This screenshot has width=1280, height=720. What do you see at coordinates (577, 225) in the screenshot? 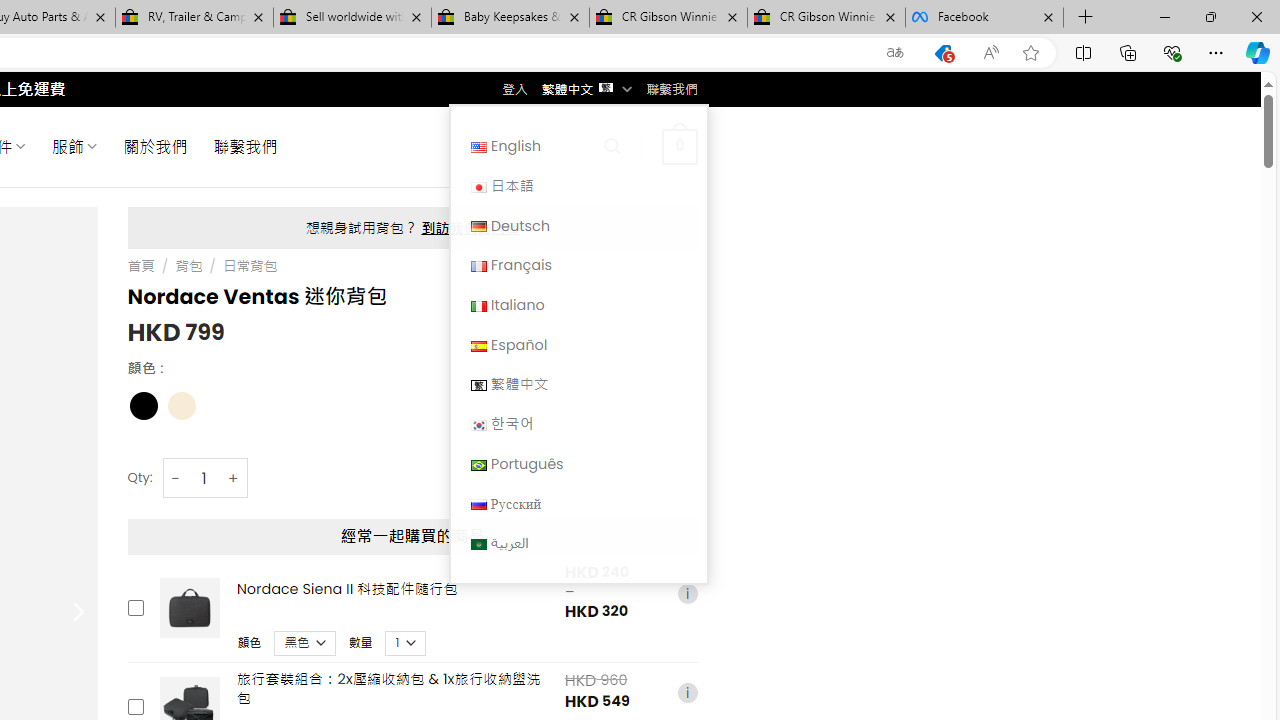
I see `' Deutsch'` at bounding box center [577, 225].